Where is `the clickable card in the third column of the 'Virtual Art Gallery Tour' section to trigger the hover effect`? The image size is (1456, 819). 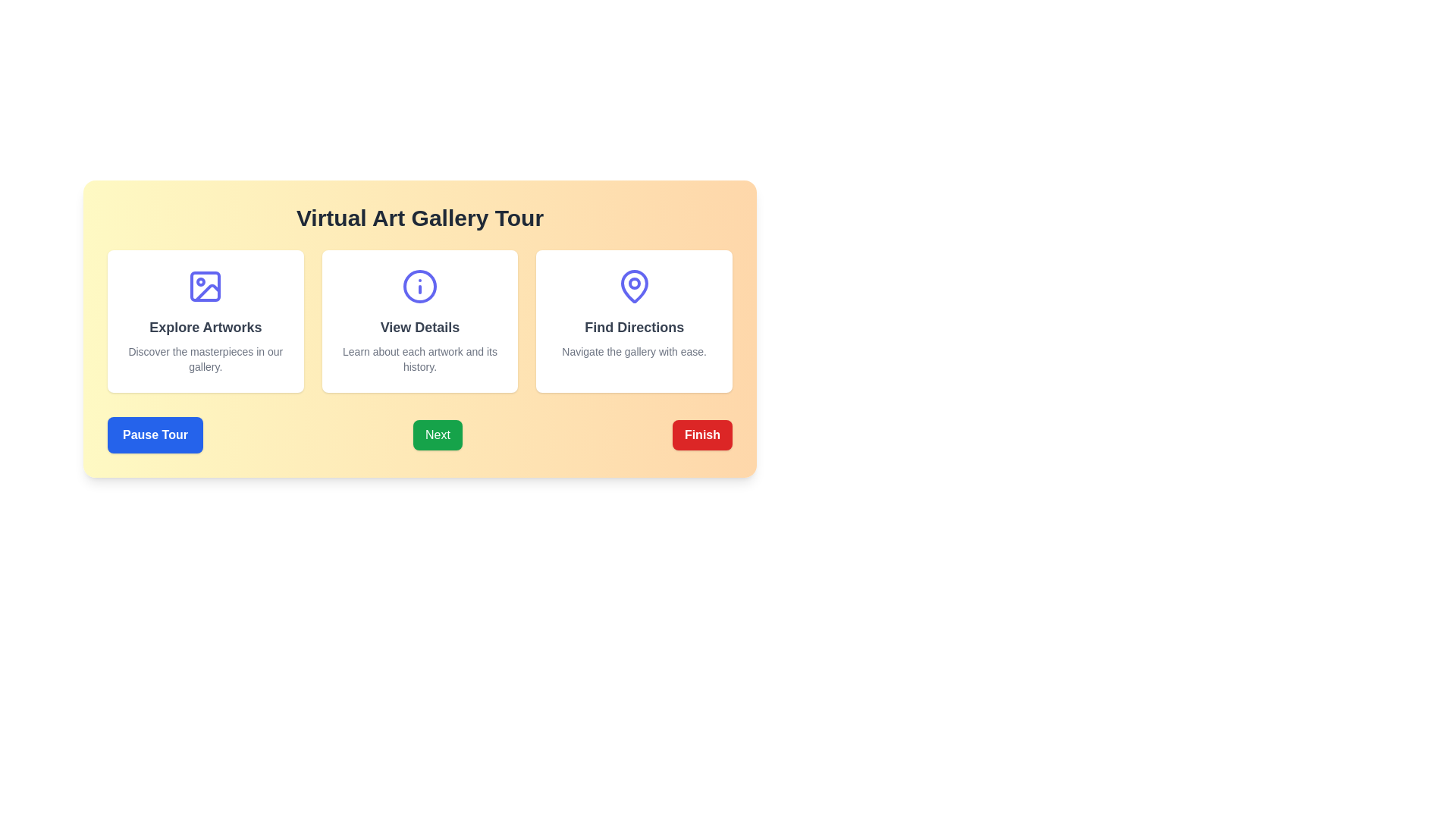
the clickable card in the third column of the 'Virtual Art Gallery Tour' section to trigger the hover effect is located at coordinates (634, 321).